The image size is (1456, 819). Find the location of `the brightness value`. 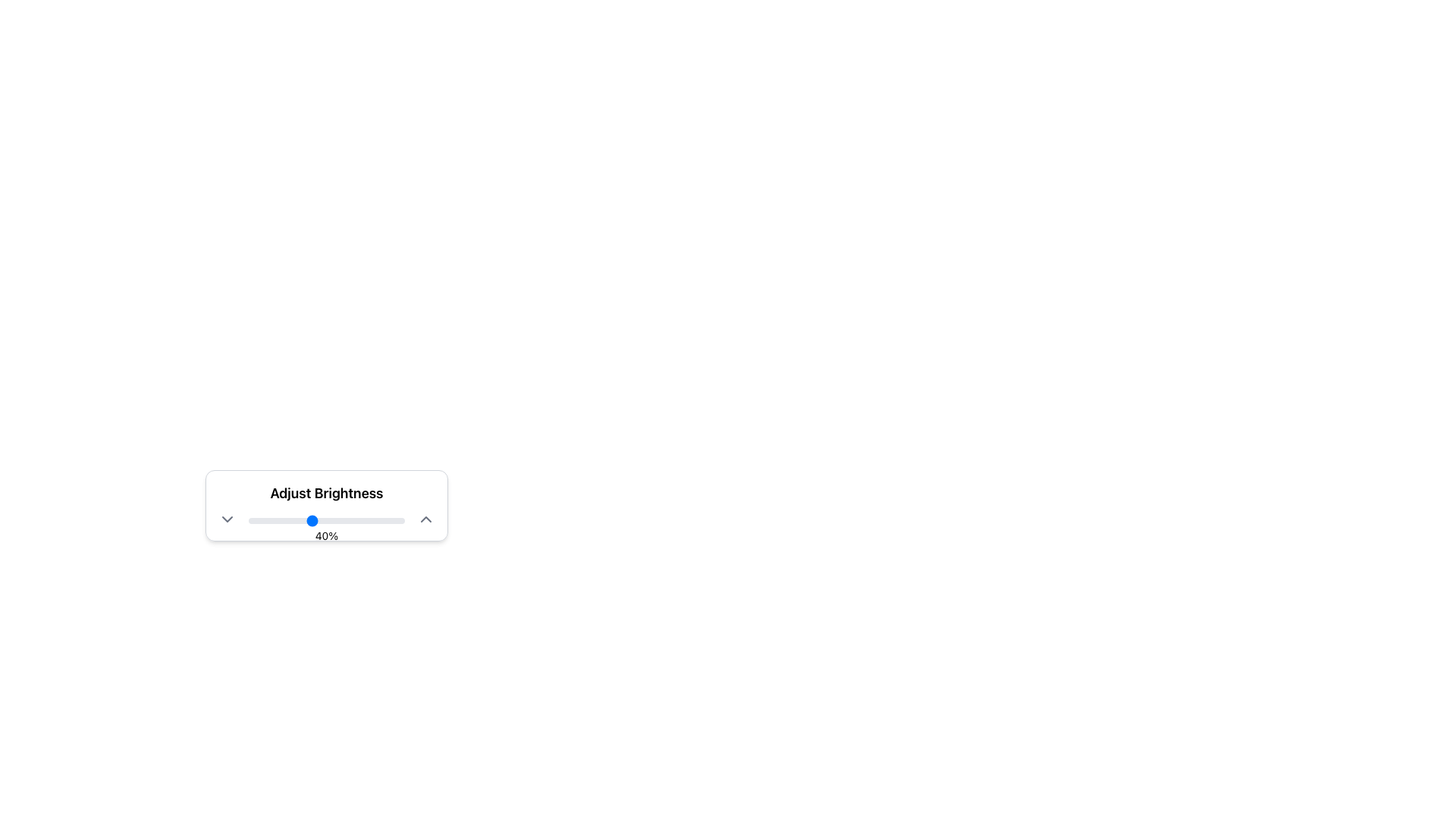

the brightness value is located at coordinates (298, 519).